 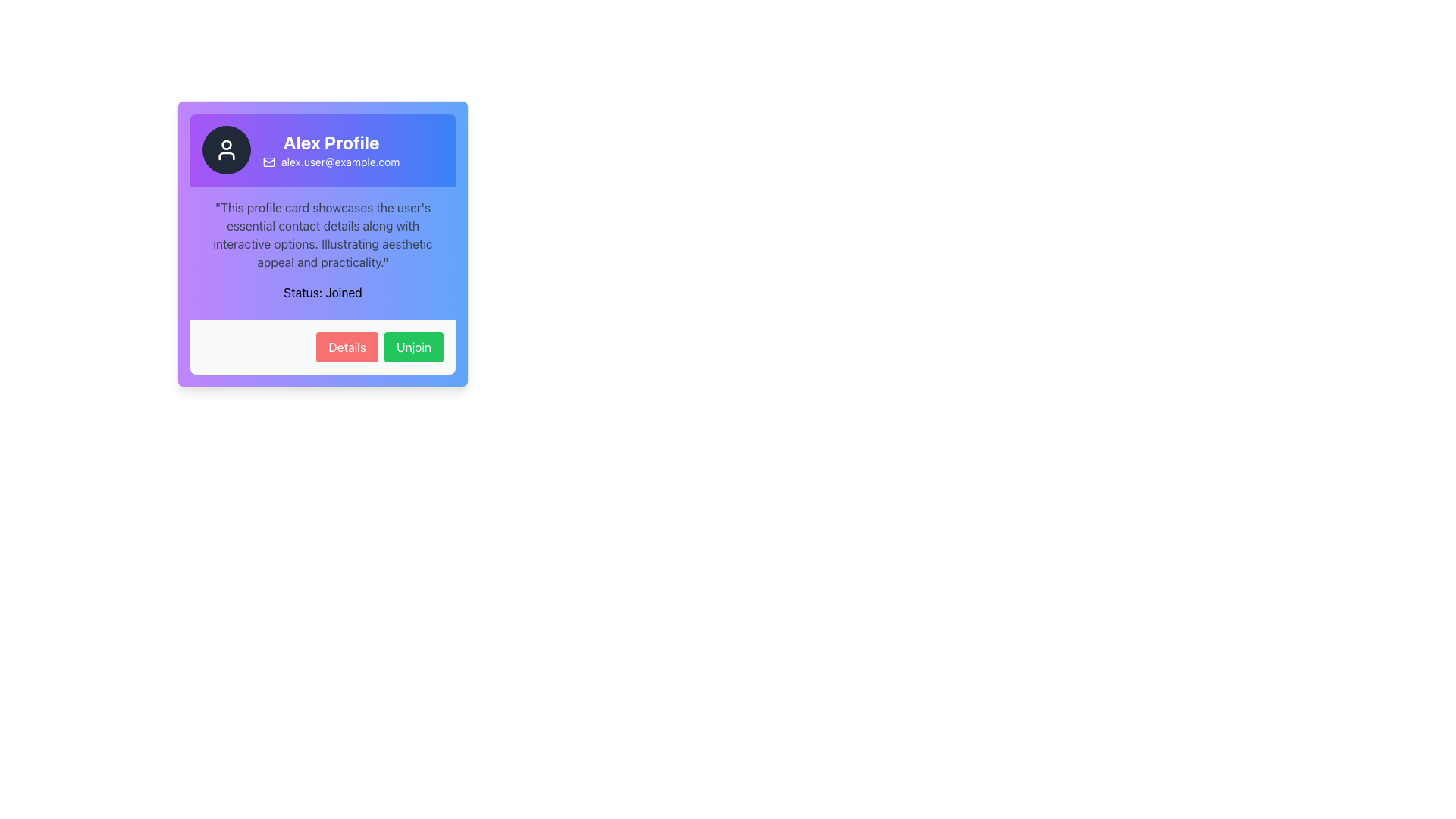 What do you see at coordinates (331, 143) in the screenshot?
I see `the profile name text label displaying 'Alex Profile', which is positioned at the top-middle of the profile card` at bounding box center [331, 143].